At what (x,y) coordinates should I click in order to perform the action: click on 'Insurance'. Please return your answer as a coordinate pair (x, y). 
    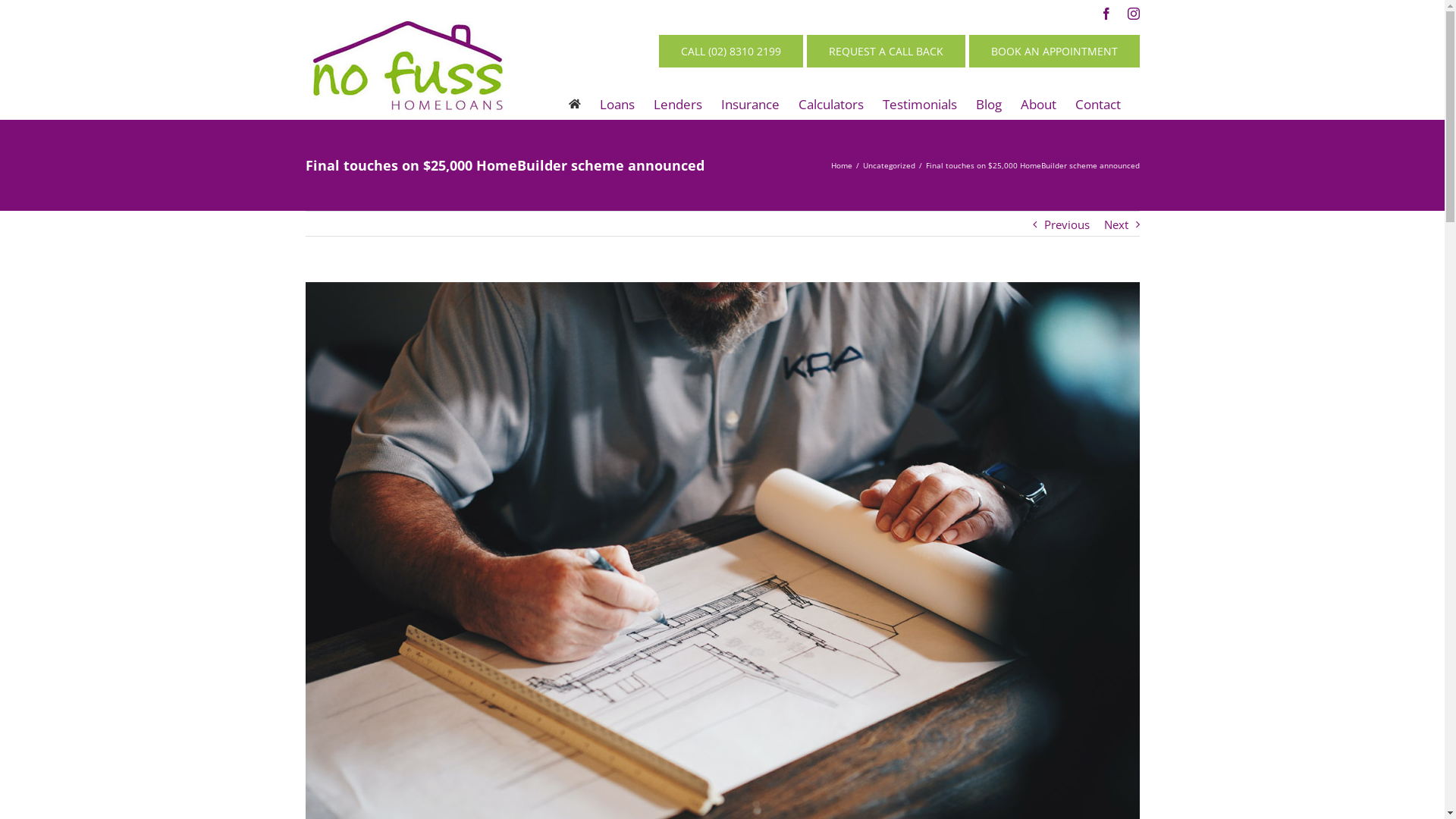
    Looking at the image, I should click on (749, 103).